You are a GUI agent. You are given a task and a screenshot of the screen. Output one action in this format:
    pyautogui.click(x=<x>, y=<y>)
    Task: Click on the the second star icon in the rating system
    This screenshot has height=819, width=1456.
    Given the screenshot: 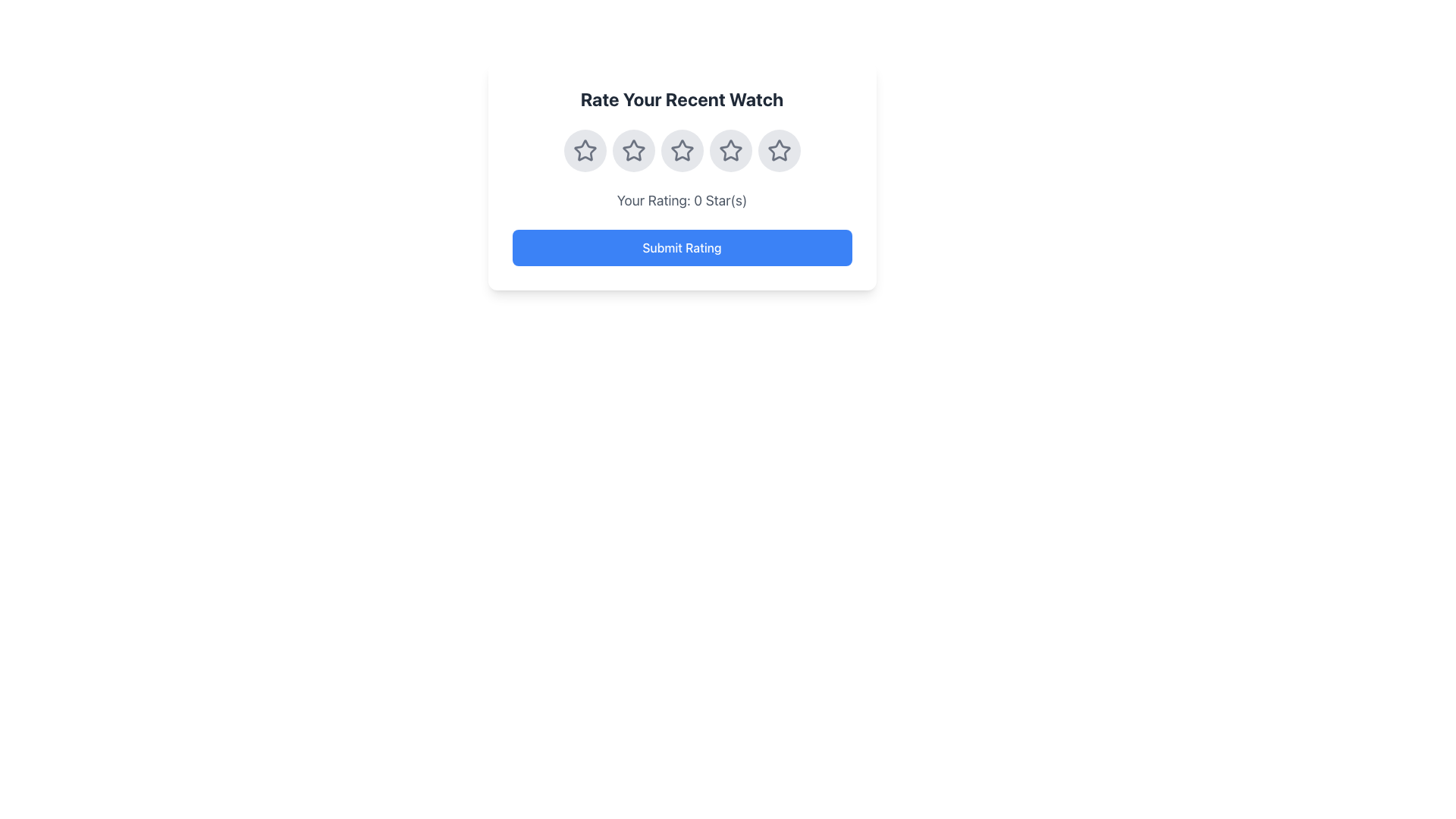 What is the action you would take?
    pyautogui.click(x=633, y=151)
    